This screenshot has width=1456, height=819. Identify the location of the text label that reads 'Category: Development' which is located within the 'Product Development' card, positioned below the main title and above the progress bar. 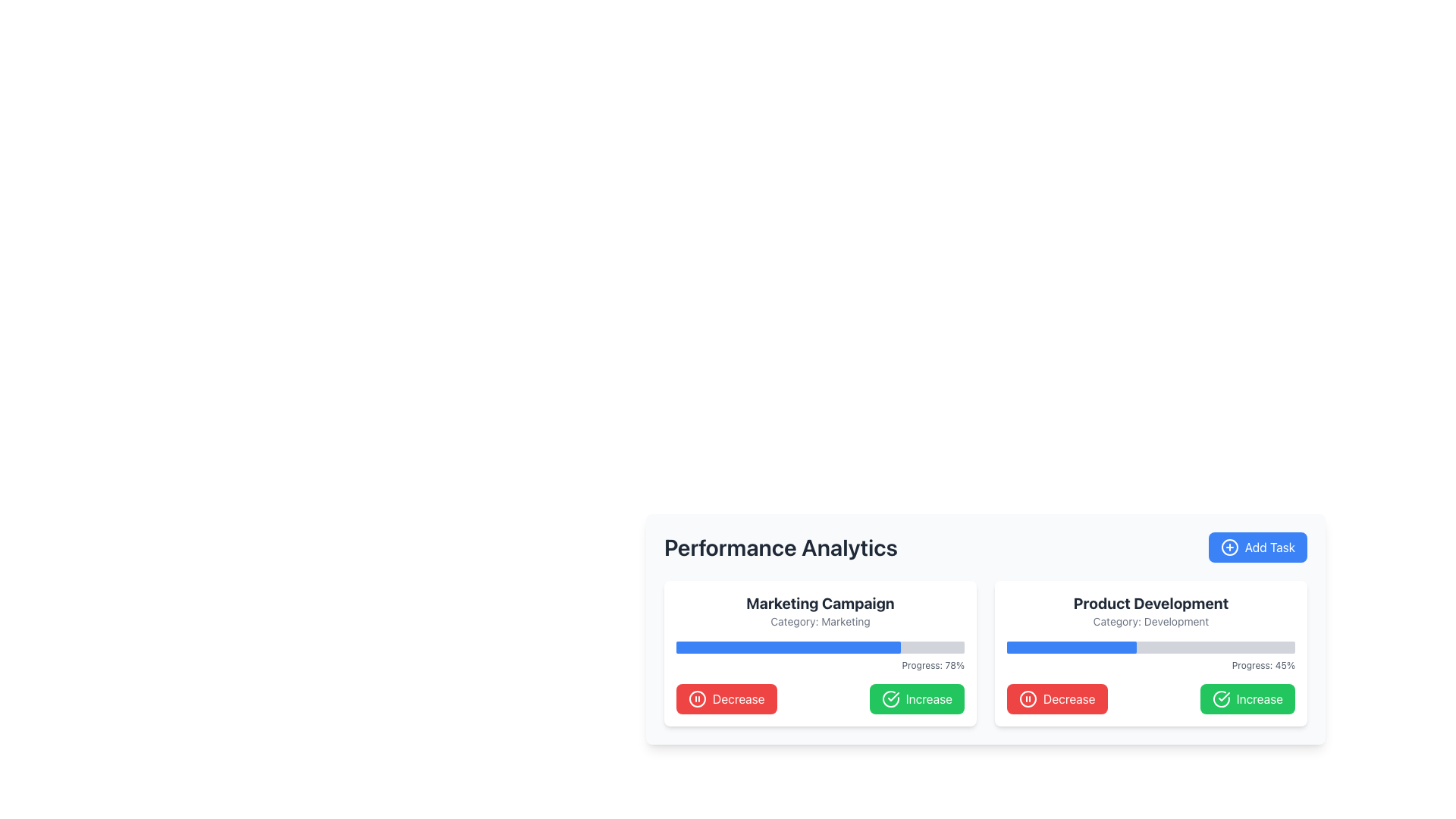
(1150, 622).